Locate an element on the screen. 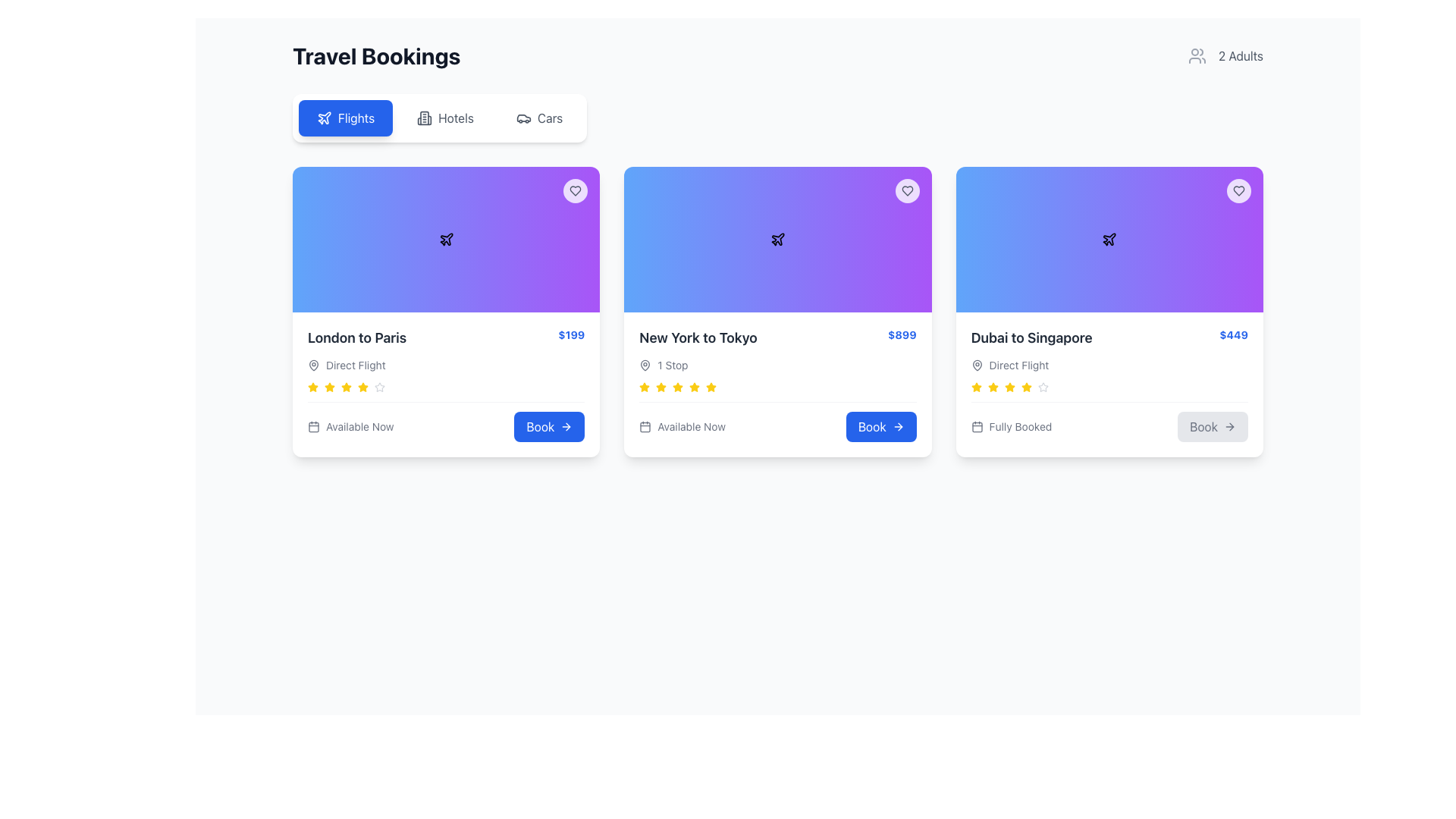  the 'Cars' button, which is styled with gray text and a car icon is located at coordinates (539, 117).